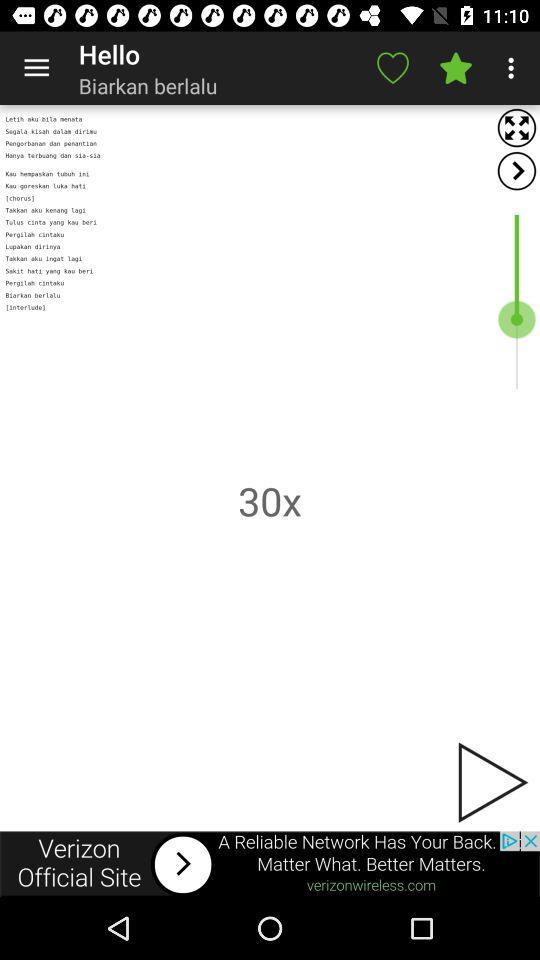 The width and height of the screenshot is (540, 960). I want to click on expand screen, so click(516, 127).